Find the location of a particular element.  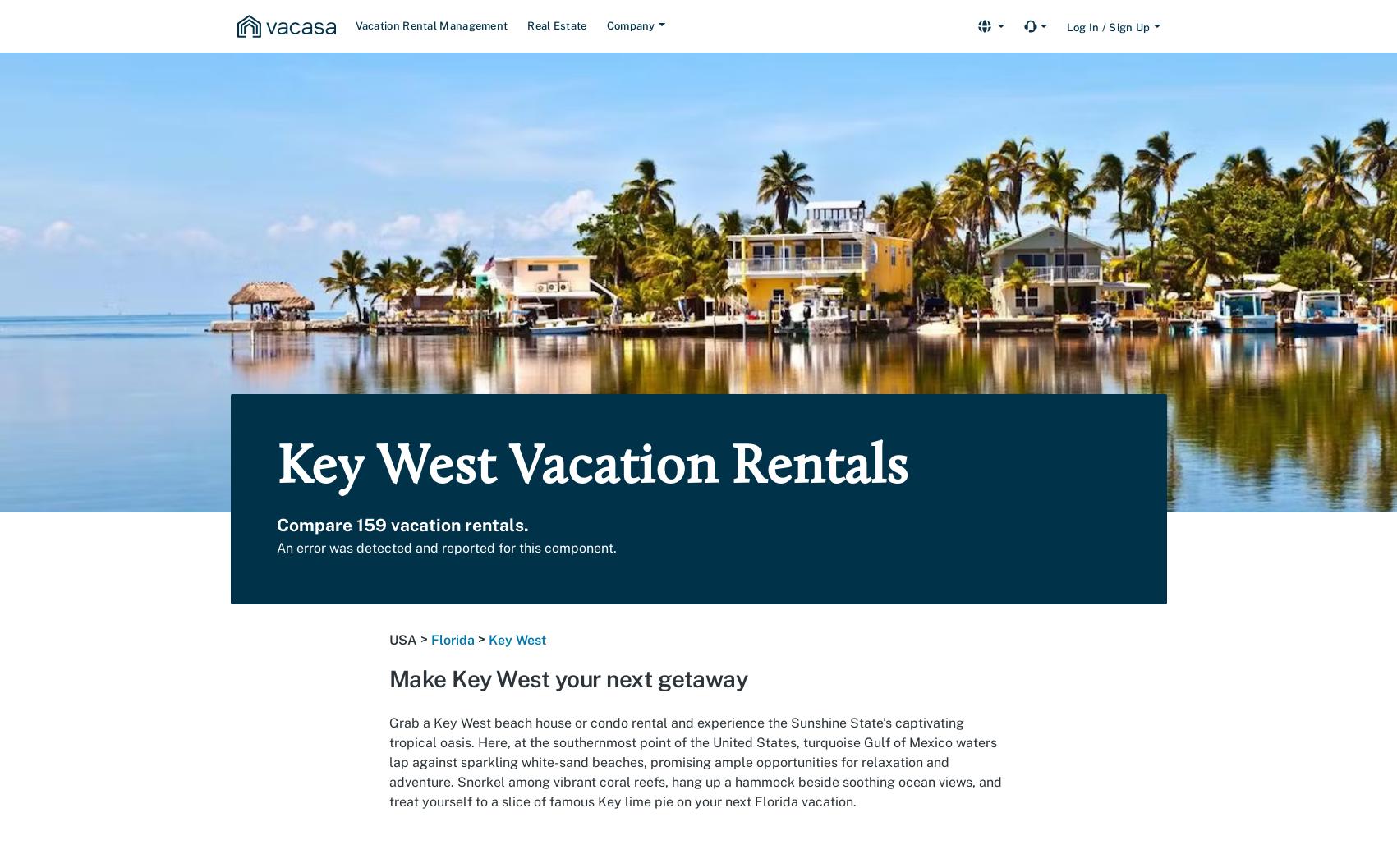

'Company' is located at coordinates (606, 25).